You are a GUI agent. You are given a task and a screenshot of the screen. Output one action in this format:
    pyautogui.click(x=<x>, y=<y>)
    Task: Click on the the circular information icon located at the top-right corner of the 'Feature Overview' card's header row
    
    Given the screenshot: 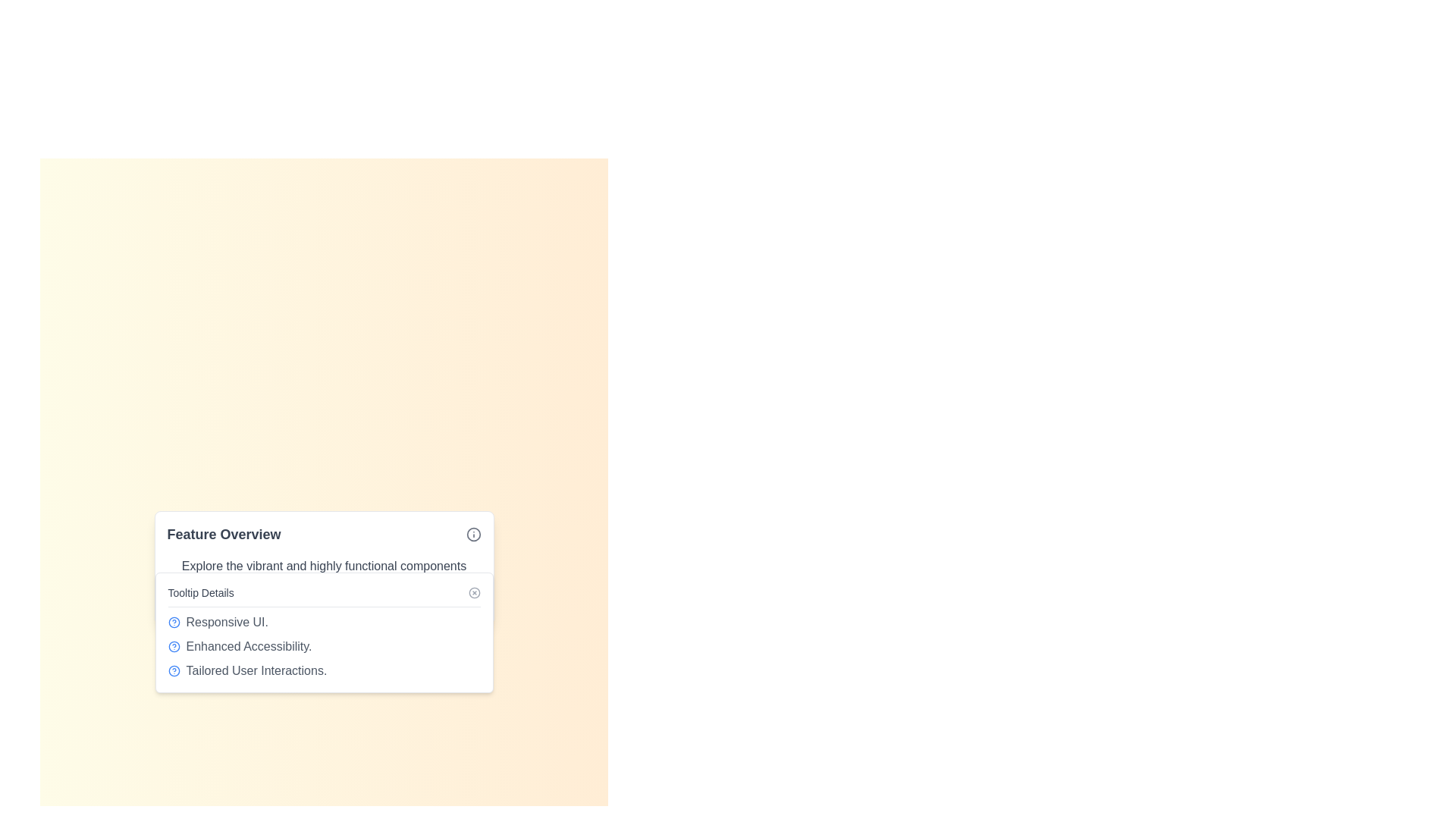 What is the action you would take?
    pyautogui.click(x=174, y=670)
    